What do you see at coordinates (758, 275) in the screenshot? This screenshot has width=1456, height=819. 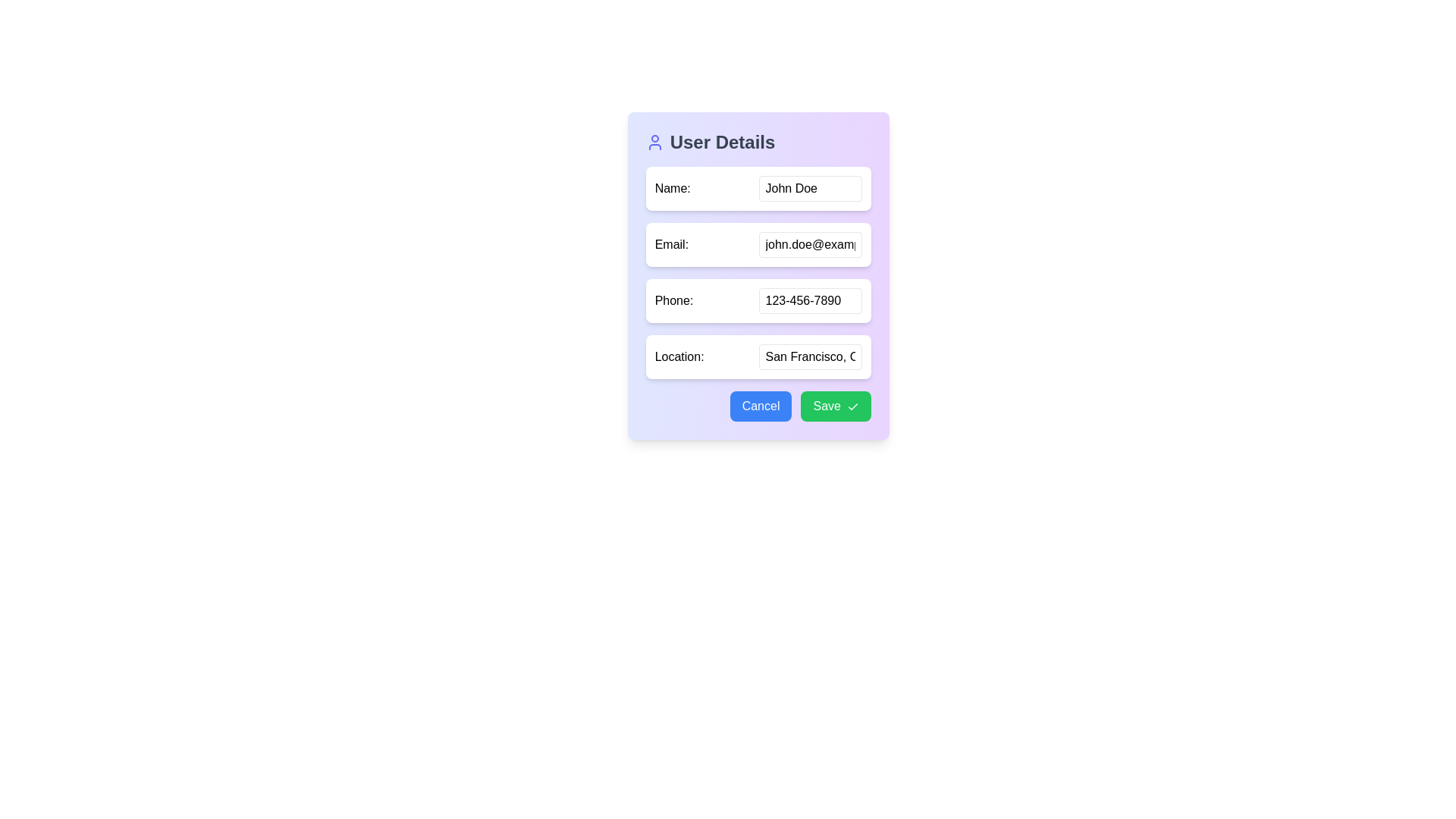 I see `the phone number input field, which is positioned below the Email field and above the Location field` at bounding box center [758, 275].